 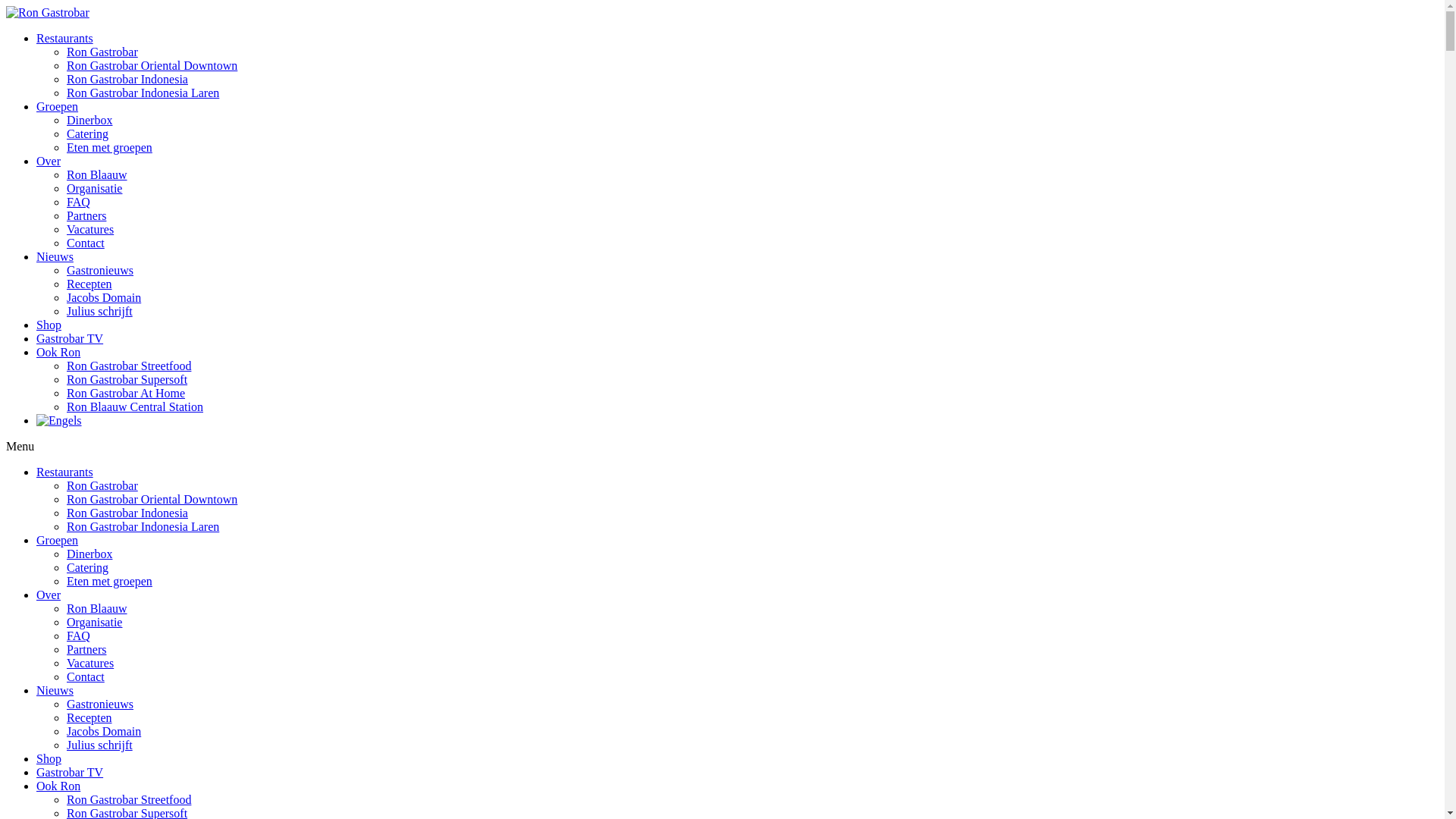 I want to click on 'Ron Gastrobar Oriental Downtown', so click(x=152, y=499).